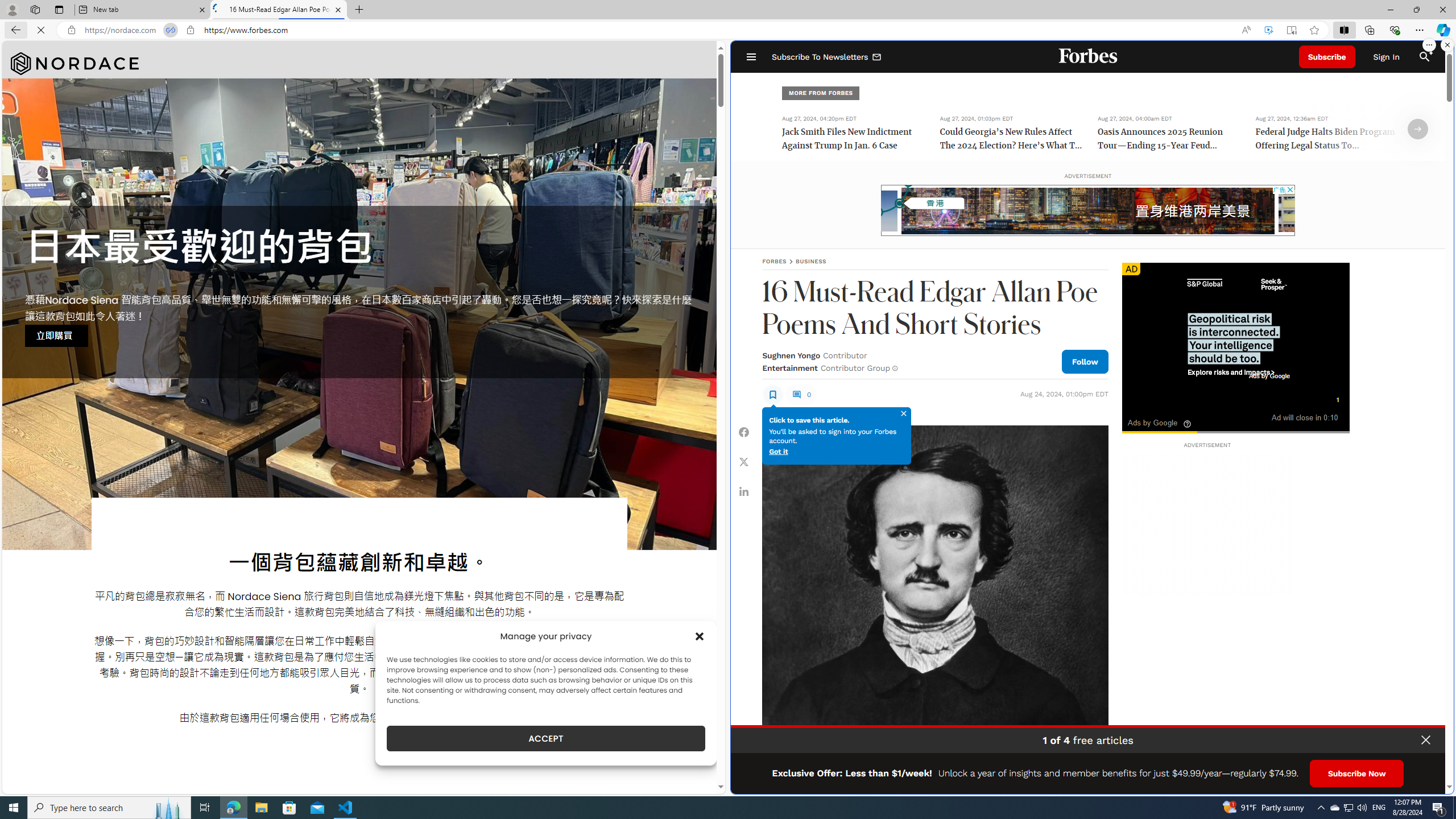  What do you see at coordinates (1291, 30) in the screenshot?
I see `'Enter Immersive Reader (F9)'` at bounding box center [1291, 30].